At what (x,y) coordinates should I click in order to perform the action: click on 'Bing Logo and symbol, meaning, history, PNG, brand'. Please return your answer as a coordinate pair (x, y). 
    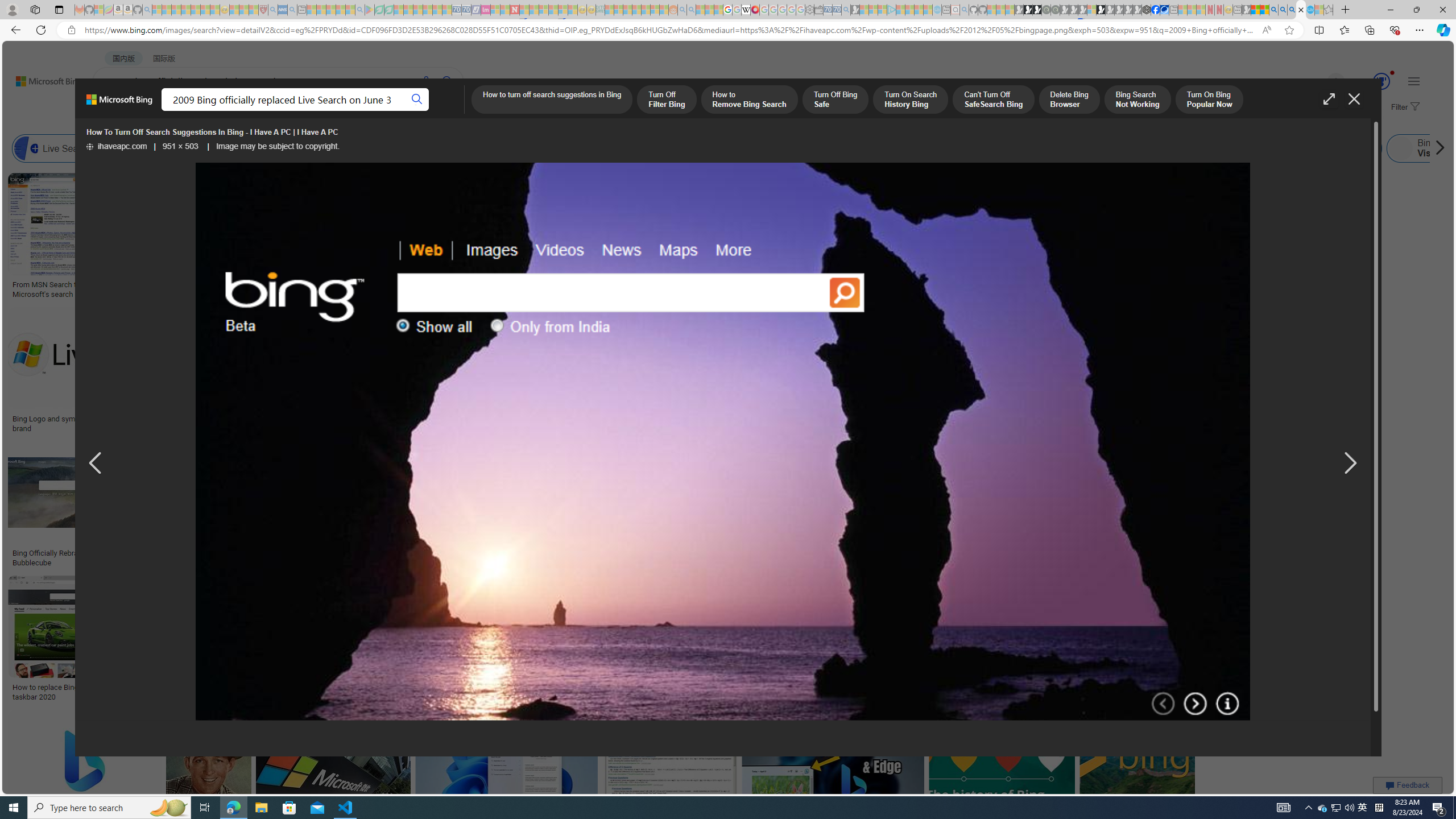
    Looking at the image, I should click on (97, 423).